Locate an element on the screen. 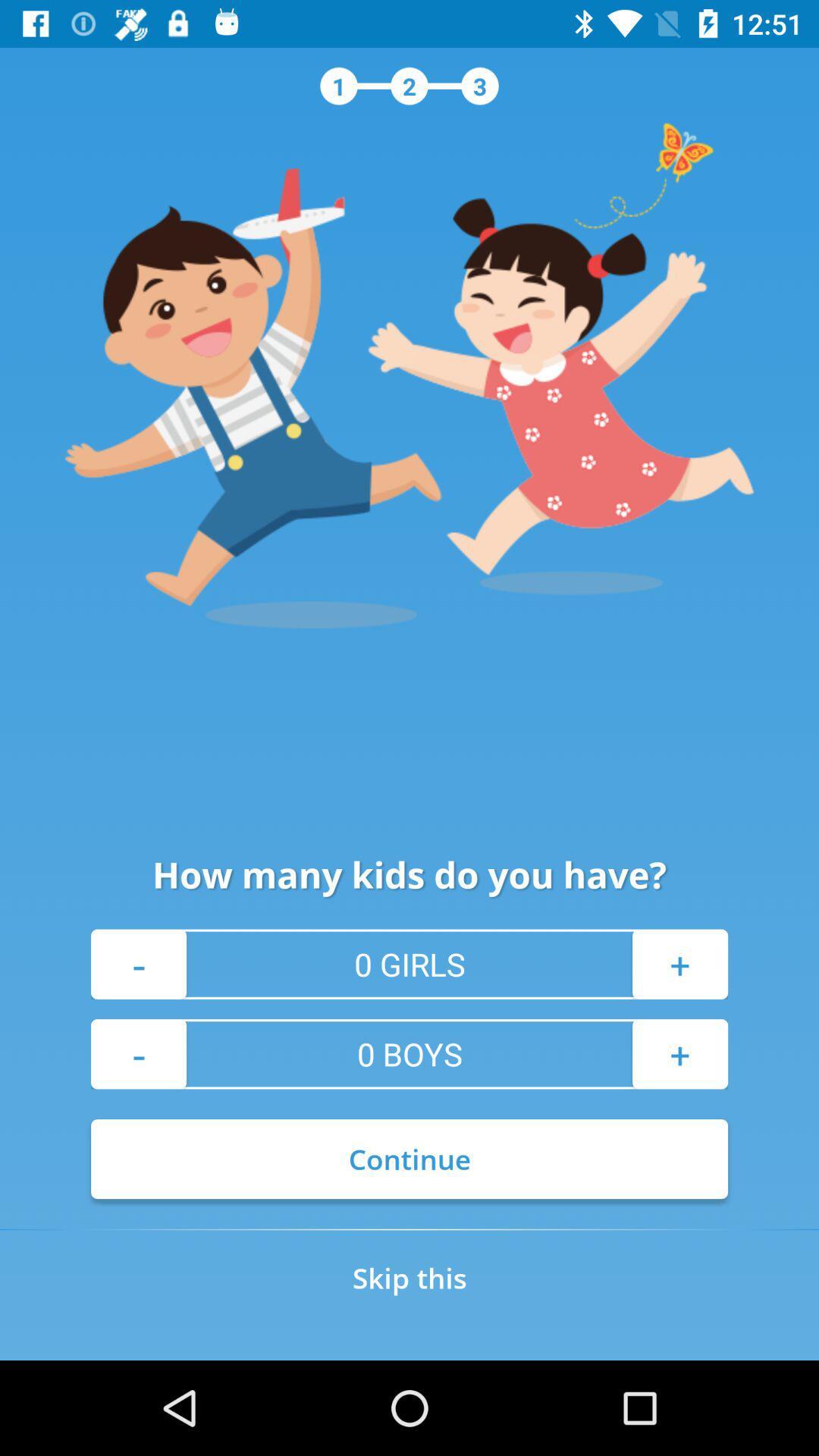 The image size is (819, 1456). the - item is located at coordinates (138, 963).